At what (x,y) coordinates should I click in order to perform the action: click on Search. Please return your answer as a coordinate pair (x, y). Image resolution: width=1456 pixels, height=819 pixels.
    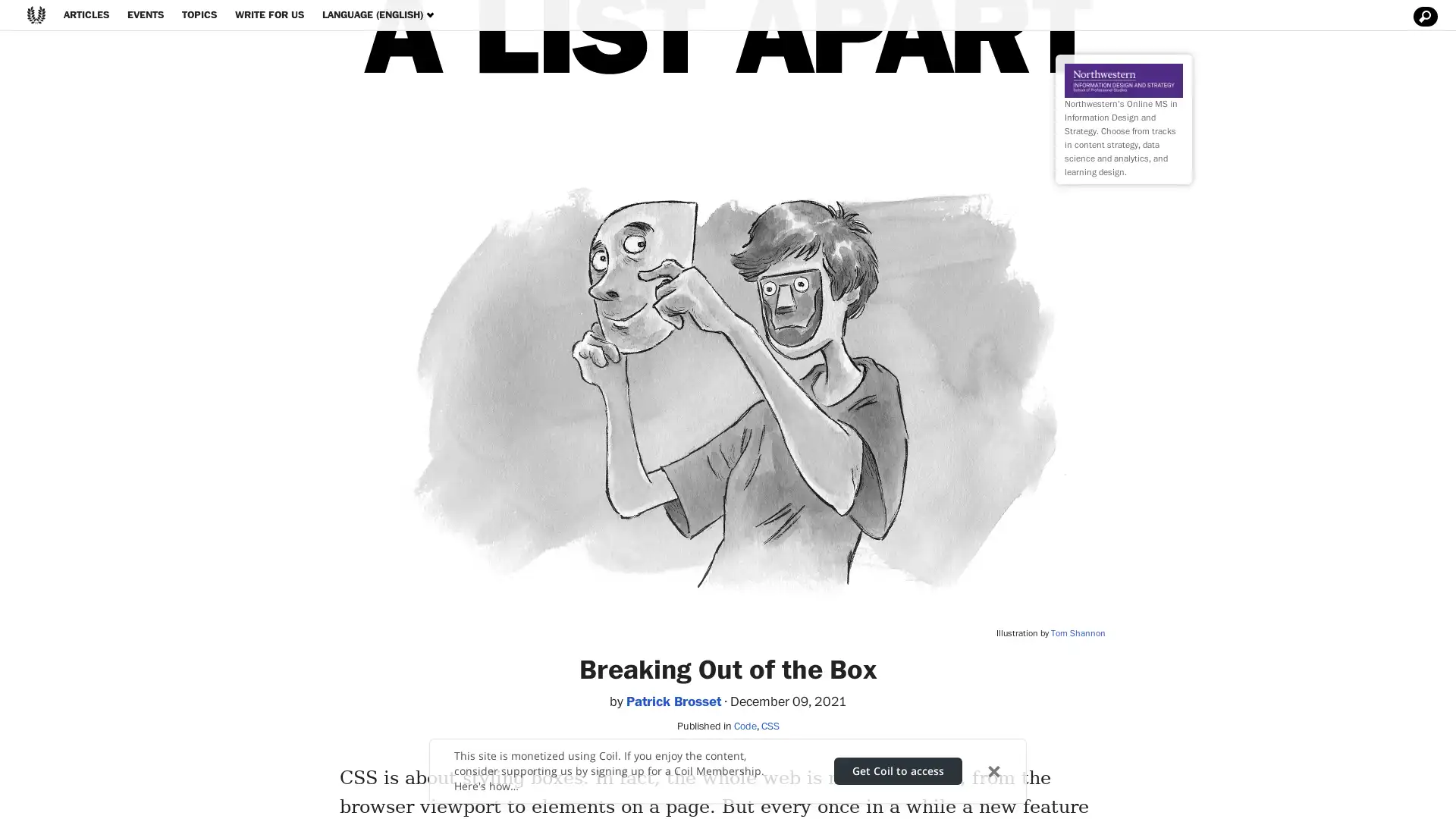
    Looking at the image, I should click on (1423, 17).